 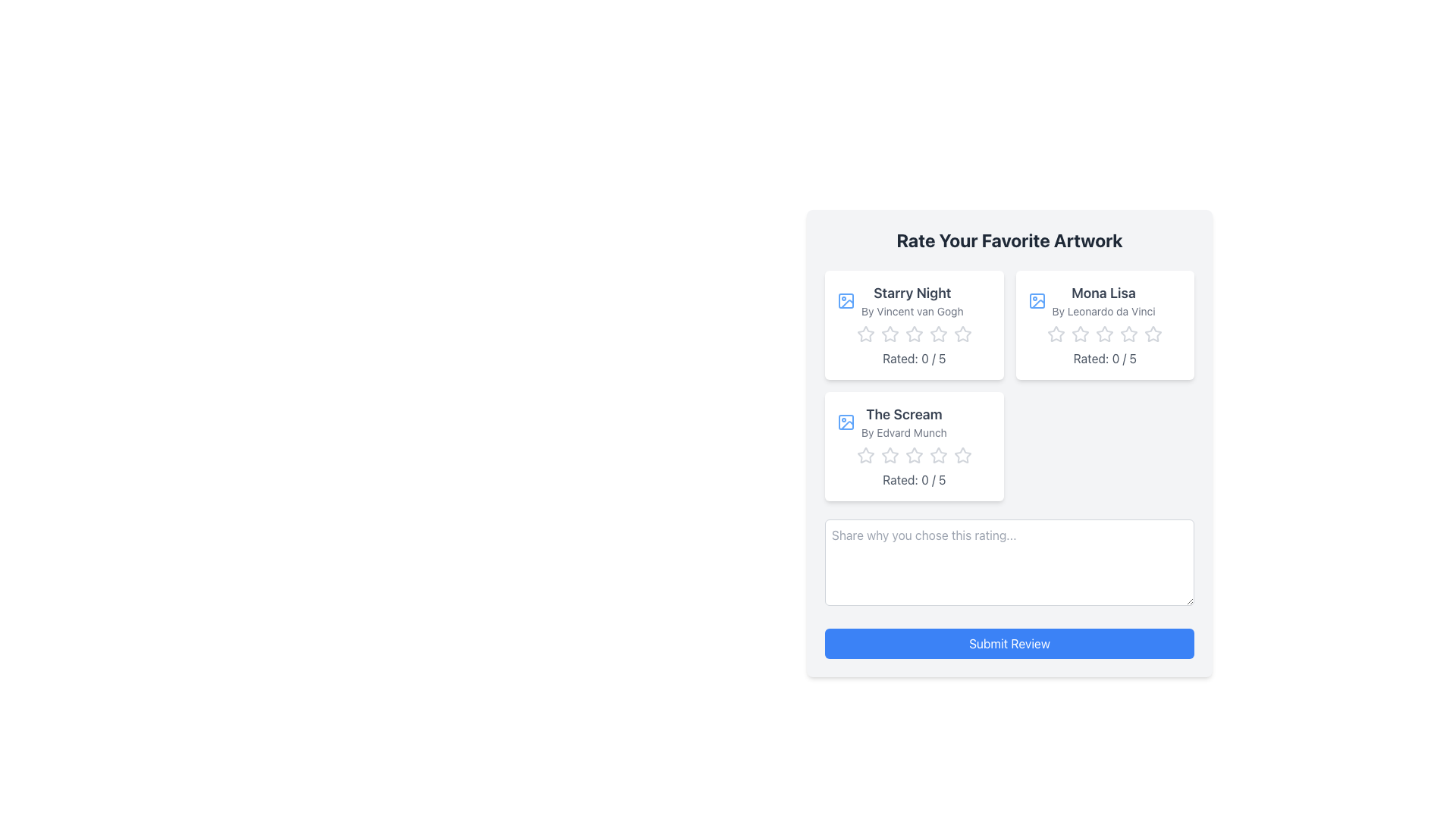 What do you see at coordinates (904, 422) in the screenshot?
I see `text displayed in the second entry of the artwork list, which provides the title and artist information` at bounding box center [904, 422].